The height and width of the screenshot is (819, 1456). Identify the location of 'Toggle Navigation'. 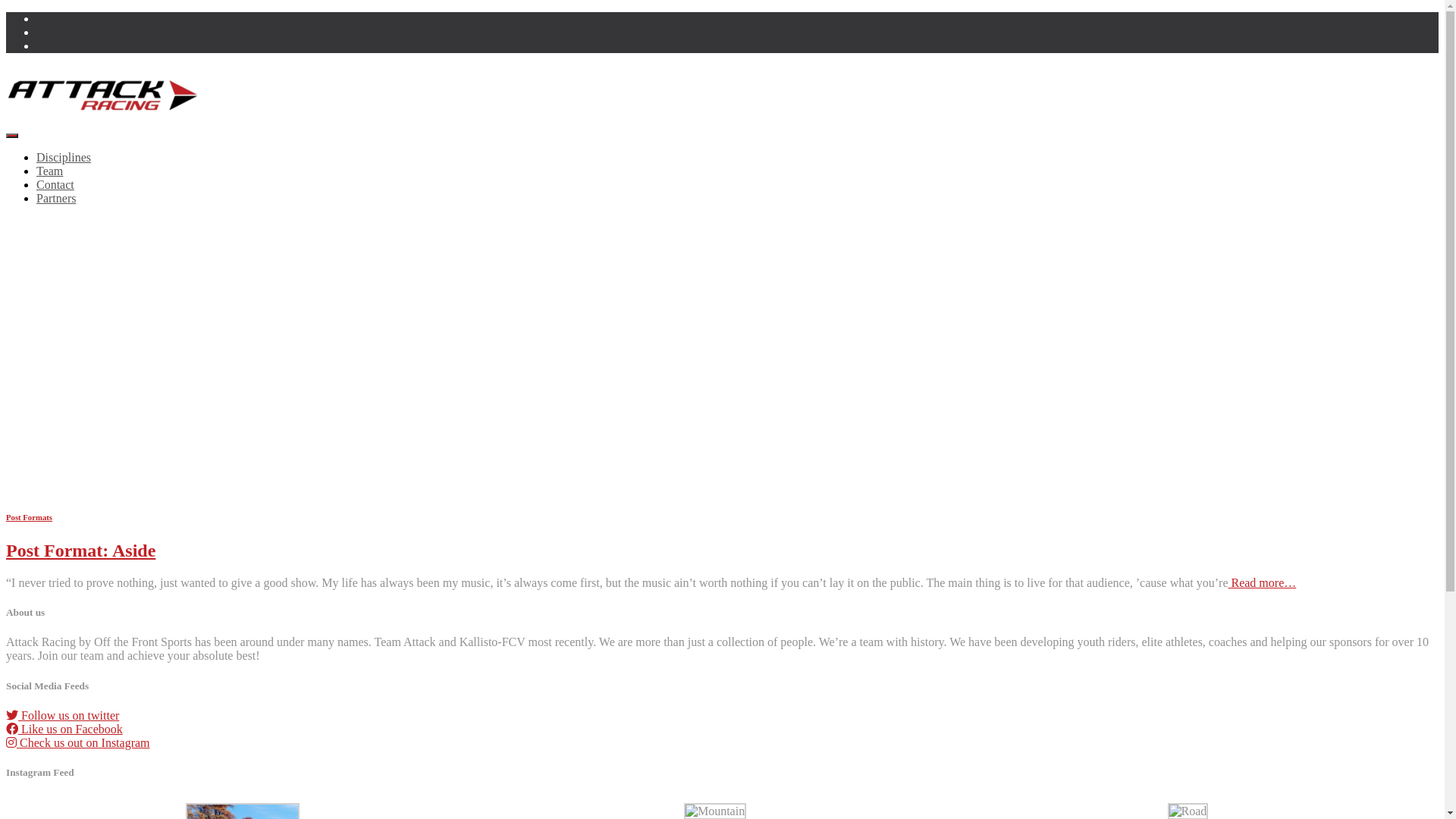
(6, 134).